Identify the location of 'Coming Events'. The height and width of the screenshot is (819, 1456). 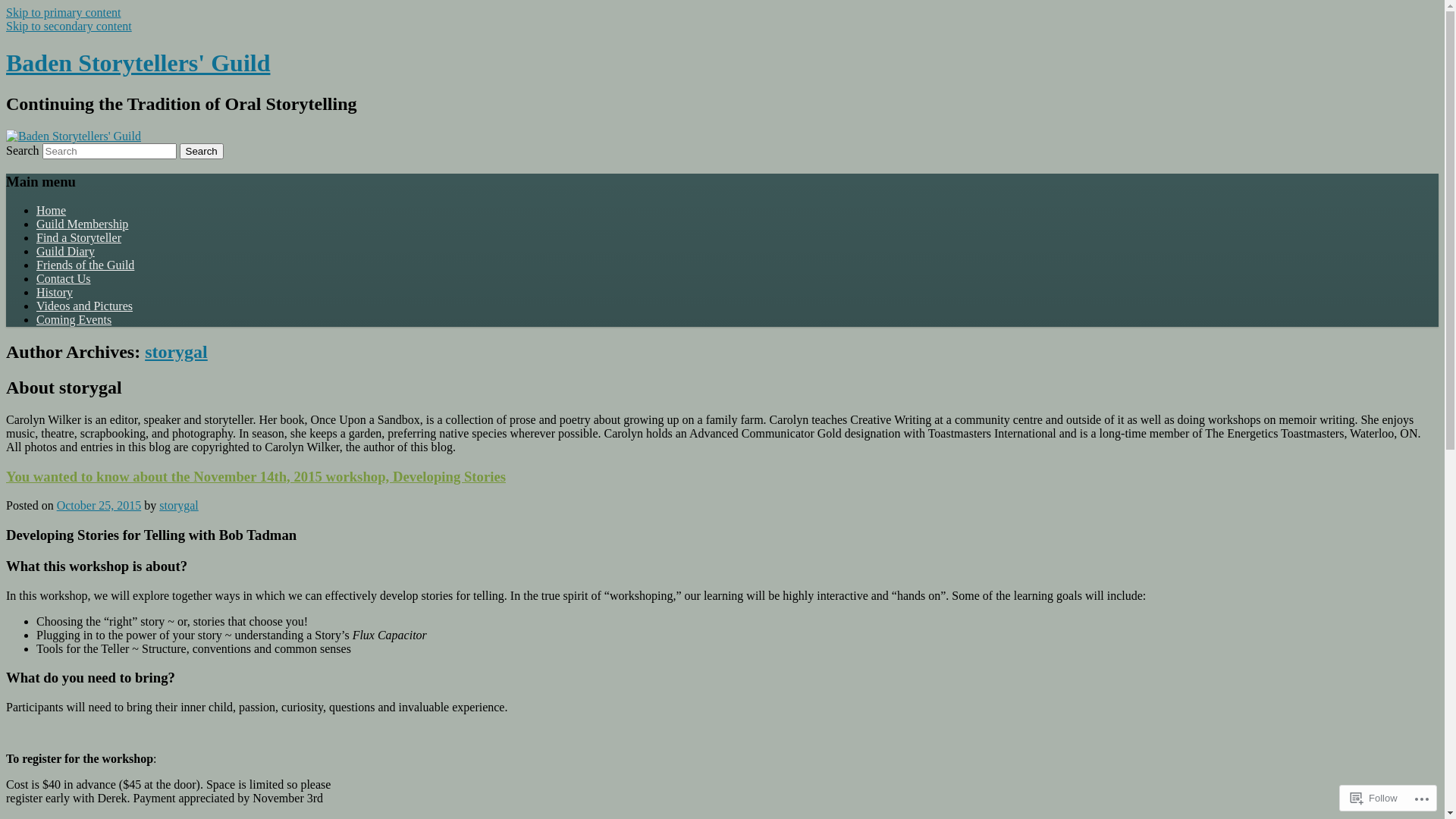
(73, 318).